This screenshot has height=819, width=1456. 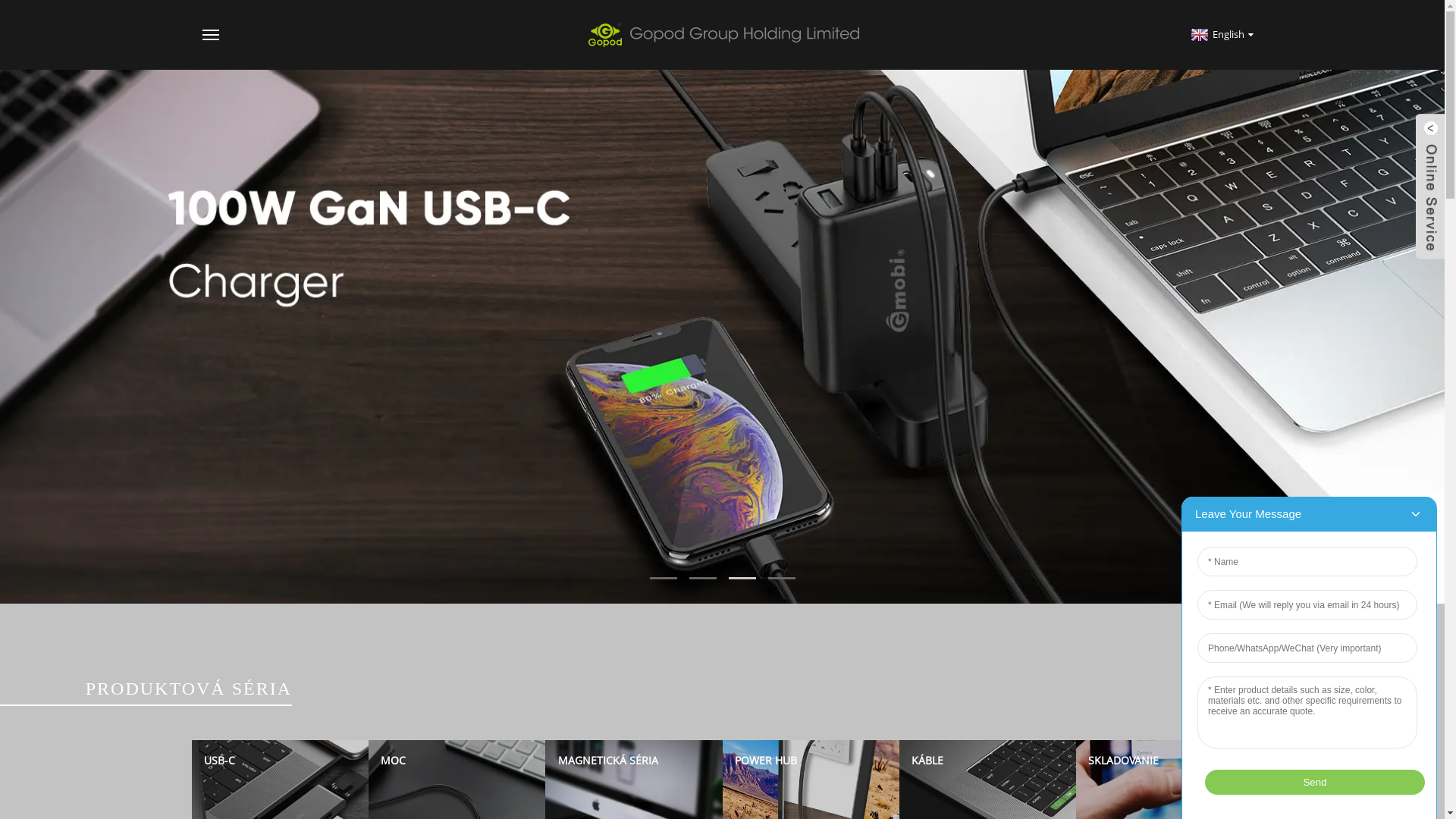 What do you see at coordinates (1220, 34) in the screenshot?
I see `'English'` at bounding box center [1220, 34].